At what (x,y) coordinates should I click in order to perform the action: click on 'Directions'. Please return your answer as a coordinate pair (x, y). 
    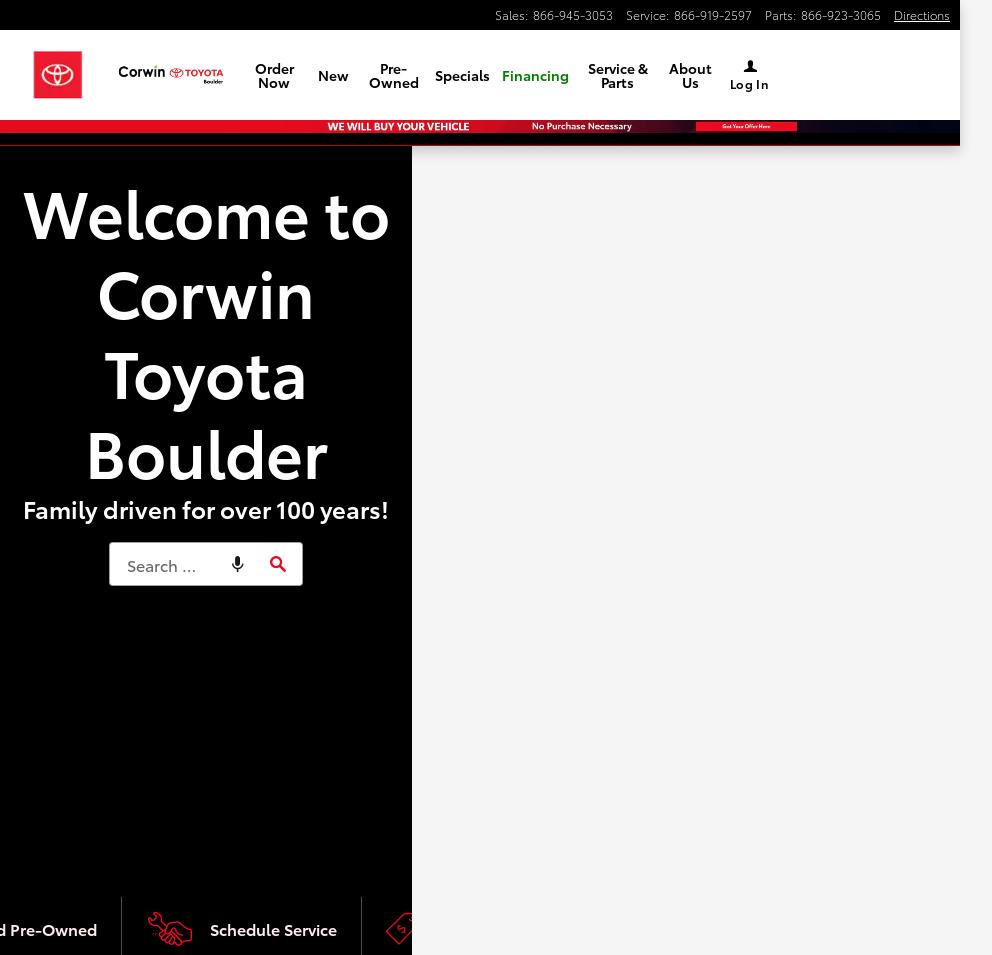
    Looking at the image, I should click on (920, 13).